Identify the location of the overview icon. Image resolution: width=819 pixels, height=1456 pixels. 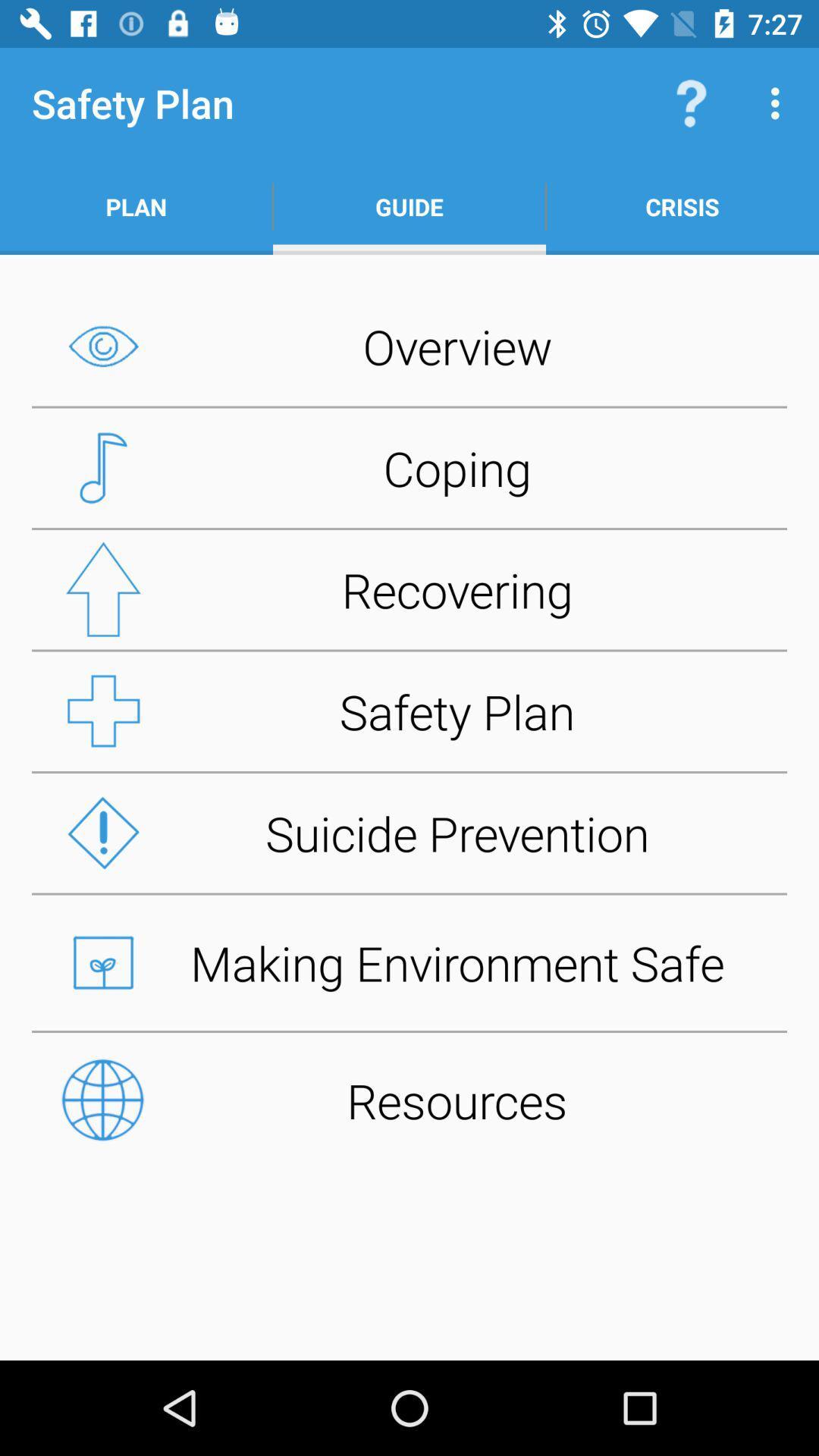
(409, 345).